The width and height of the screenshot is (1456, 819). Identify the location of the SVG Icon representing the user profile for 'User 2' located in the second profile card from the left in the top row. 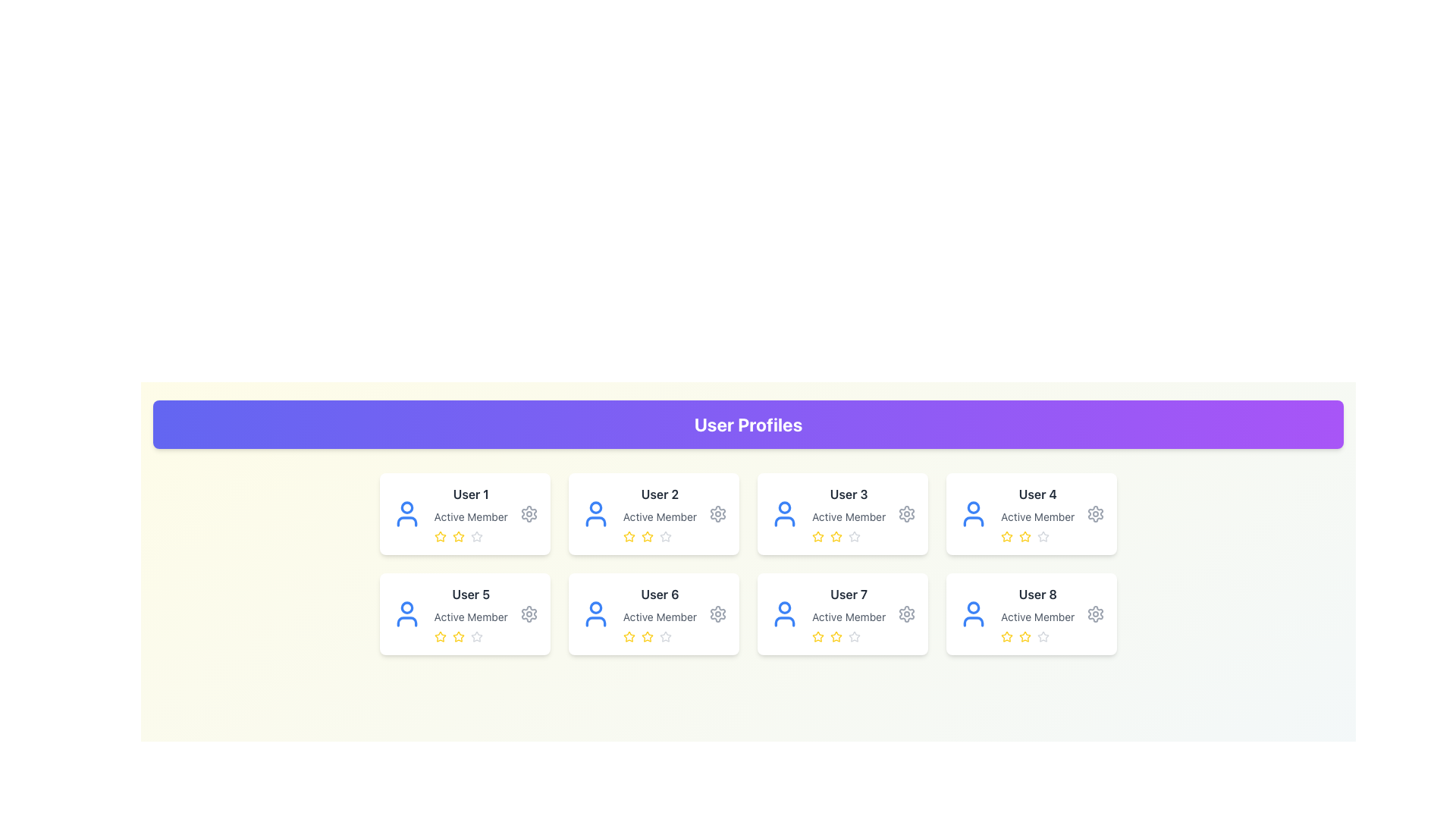
(595, 513).